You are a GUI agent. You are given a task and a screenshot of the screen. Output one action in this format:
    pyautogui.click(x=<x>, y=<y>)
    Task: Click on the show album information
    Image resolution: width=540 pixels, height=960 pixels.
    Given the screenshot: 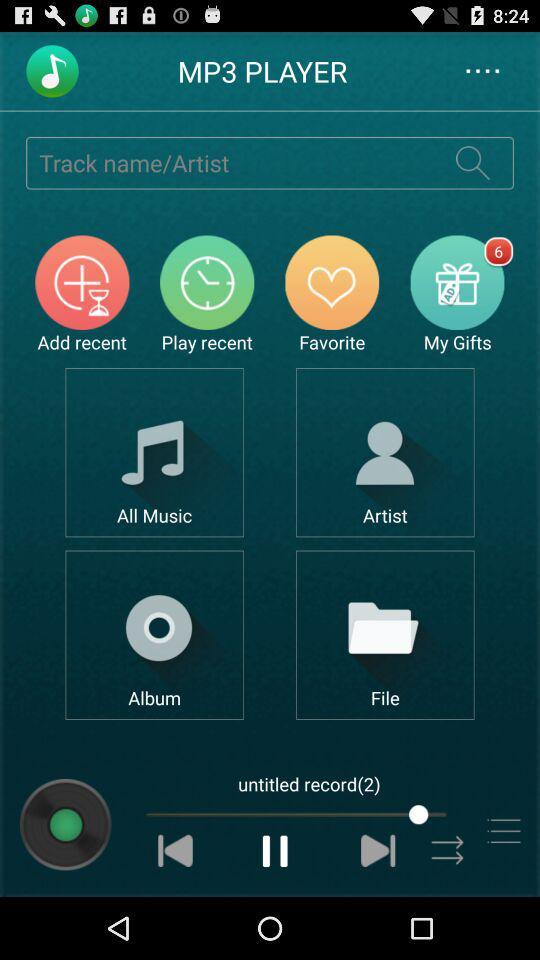 What is the action you would take?
    pyautogui.click(x=65, y=824)
    